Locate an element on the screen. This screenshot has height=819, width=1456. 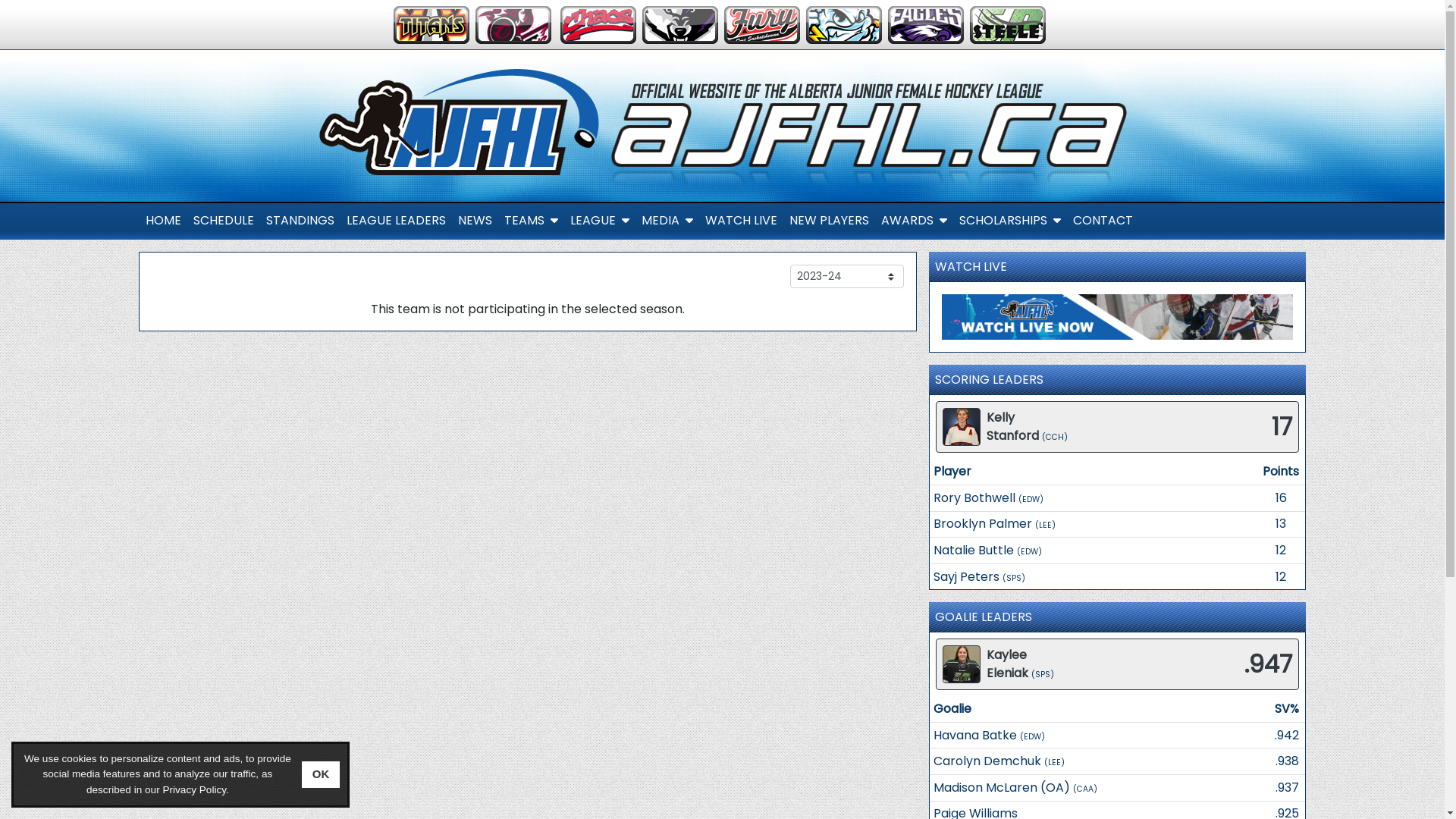
'Madison McLaren (OA)' is located at coordinates (932, 786).